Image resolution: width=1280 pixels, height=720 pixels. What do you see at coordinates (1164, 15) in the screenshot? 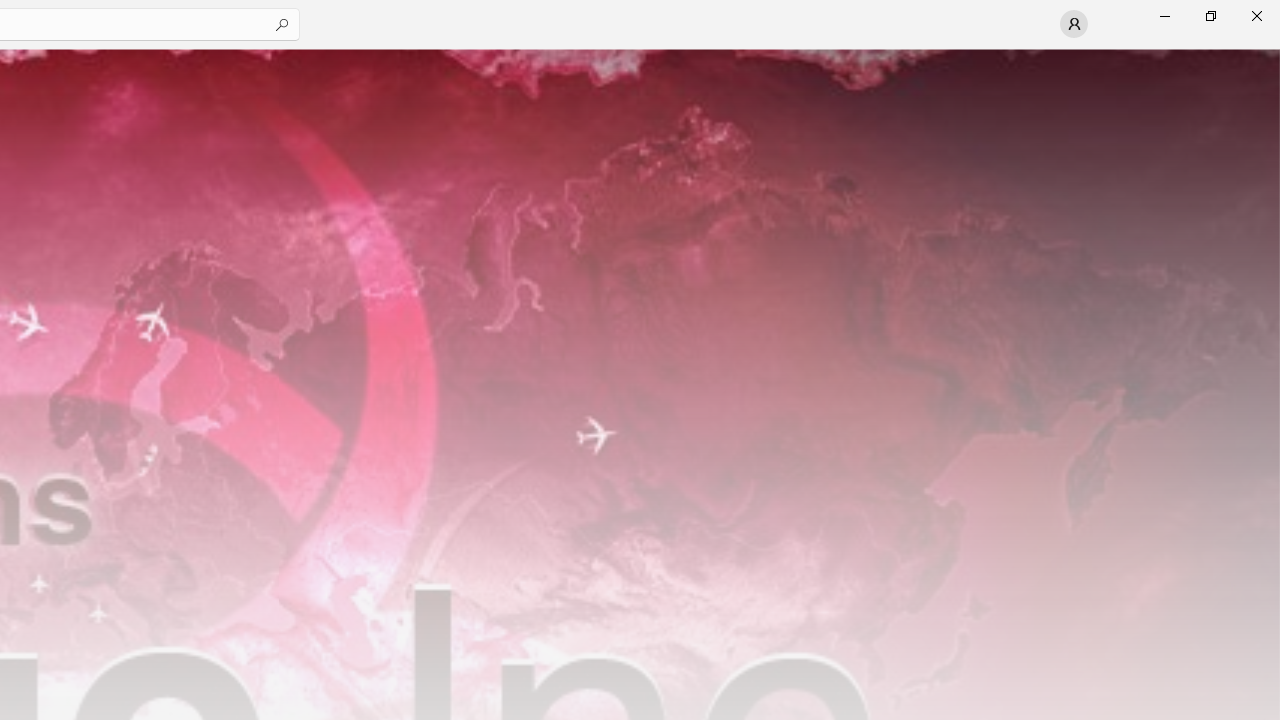
I see `'Minimize Microsoft Store'` at bounding box center [1164, 15].